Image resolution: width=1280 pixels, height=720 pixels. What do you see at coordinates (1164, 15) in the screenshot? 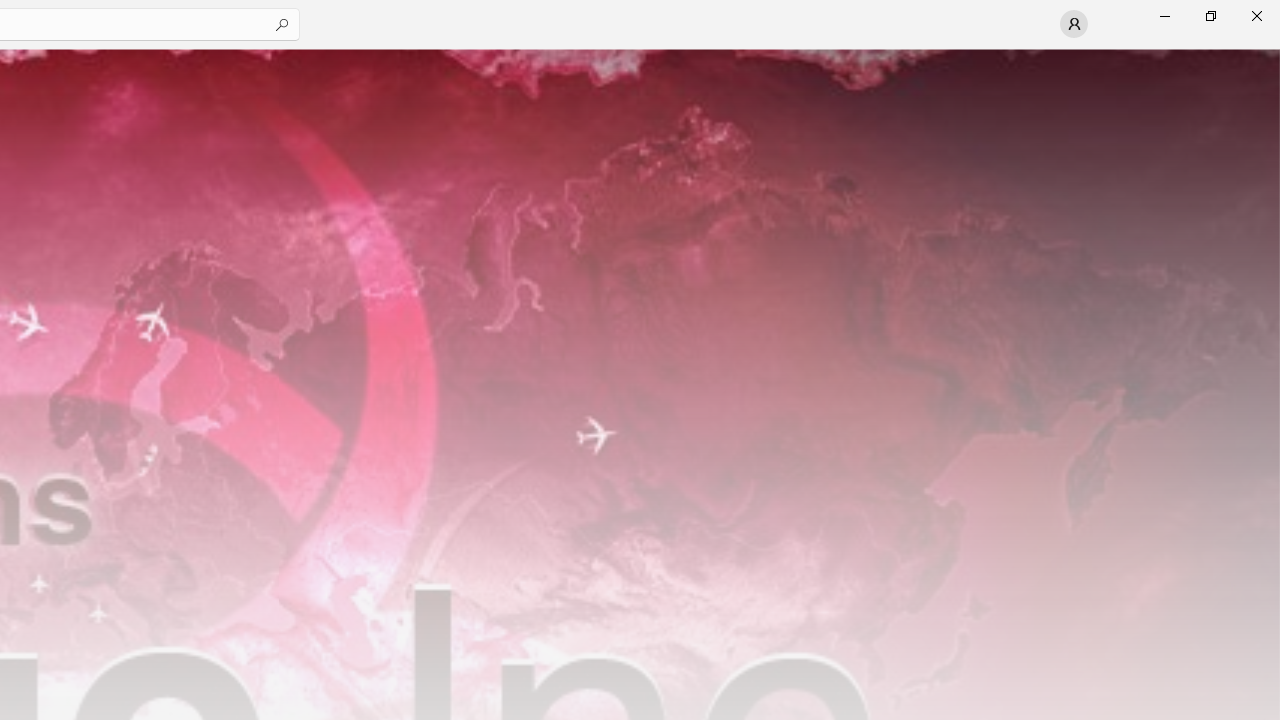
I see `'Minimize Microsoft Store'` at bounding box center [1164, 15].